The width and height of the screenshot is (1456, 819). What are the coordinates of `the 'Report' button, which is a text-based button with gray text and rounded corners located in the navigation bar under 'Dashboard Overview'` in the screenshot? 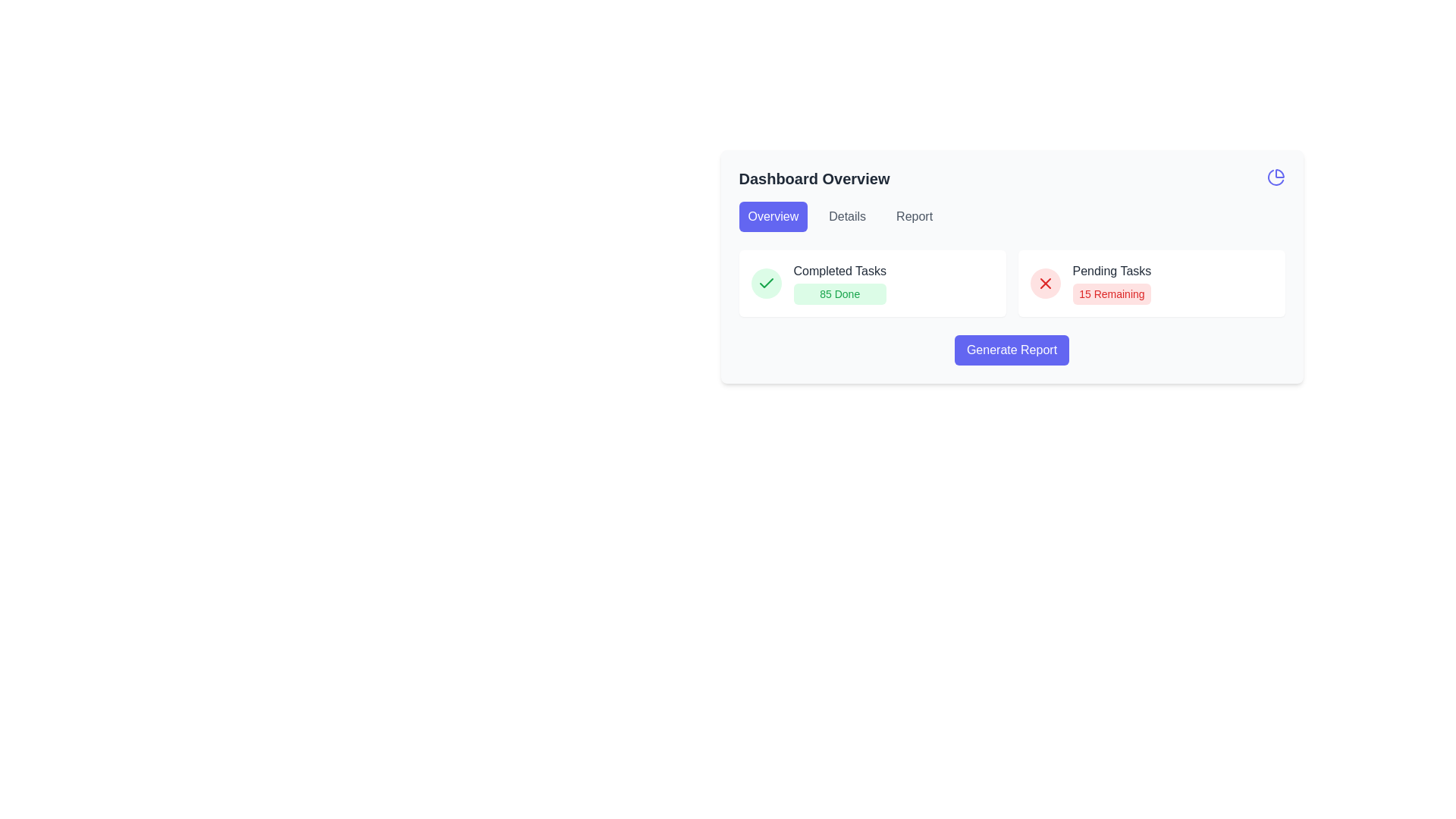 It's located at (914, 216).